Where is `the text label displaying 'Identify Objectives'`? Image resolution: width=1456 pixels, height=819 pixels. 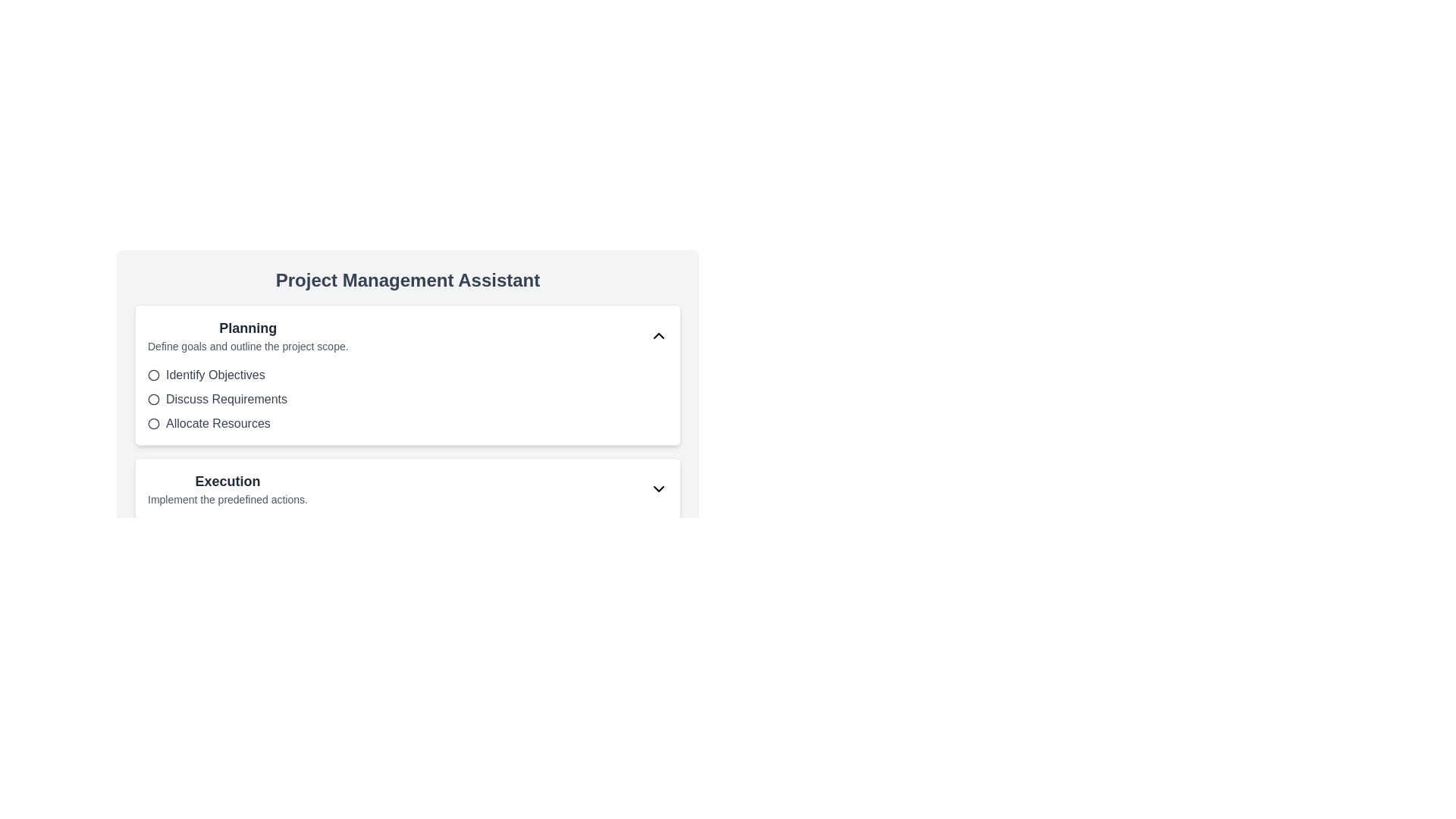 the text label displaying 'Identify Objectives' is located at coordinates (215, 375).